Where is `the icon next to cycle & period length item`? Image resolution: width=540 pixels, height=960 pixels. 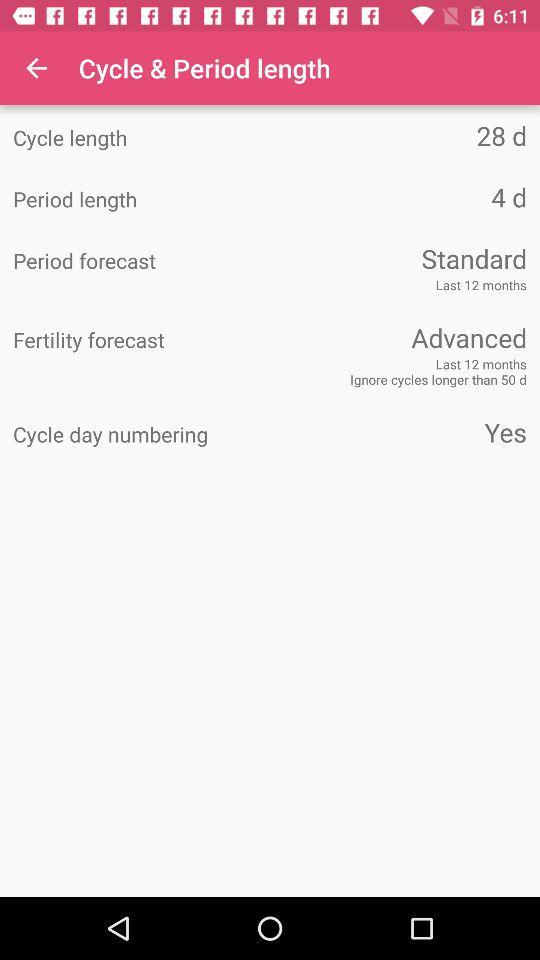 the icon next to cycle & period length item is located at coordinates (36, 68).